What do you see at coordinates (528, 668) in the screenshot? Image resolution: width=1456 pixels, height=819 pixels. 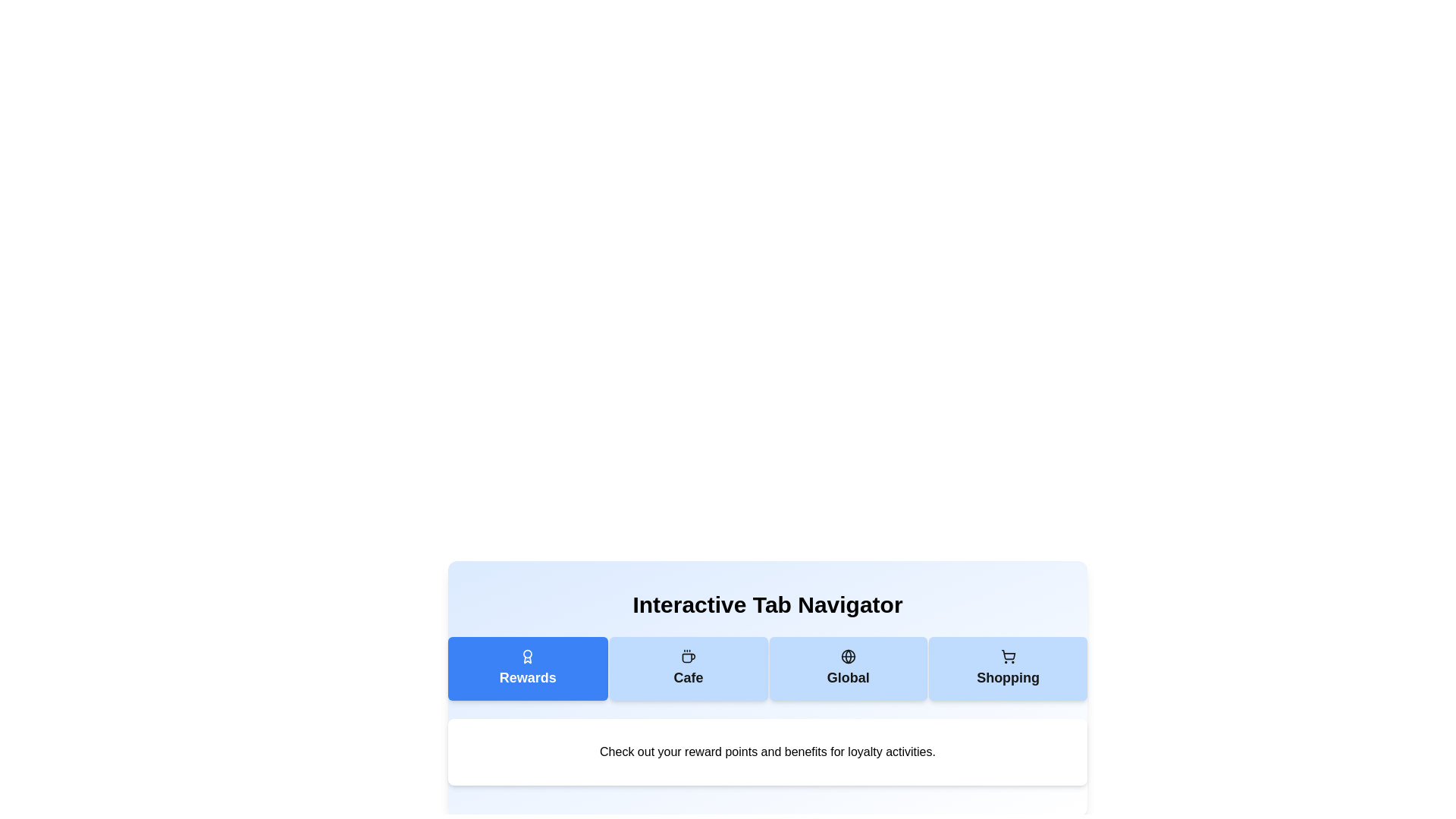 I see `the tab labeled Rewards to observe its icon` at bounding box center [528, 668].